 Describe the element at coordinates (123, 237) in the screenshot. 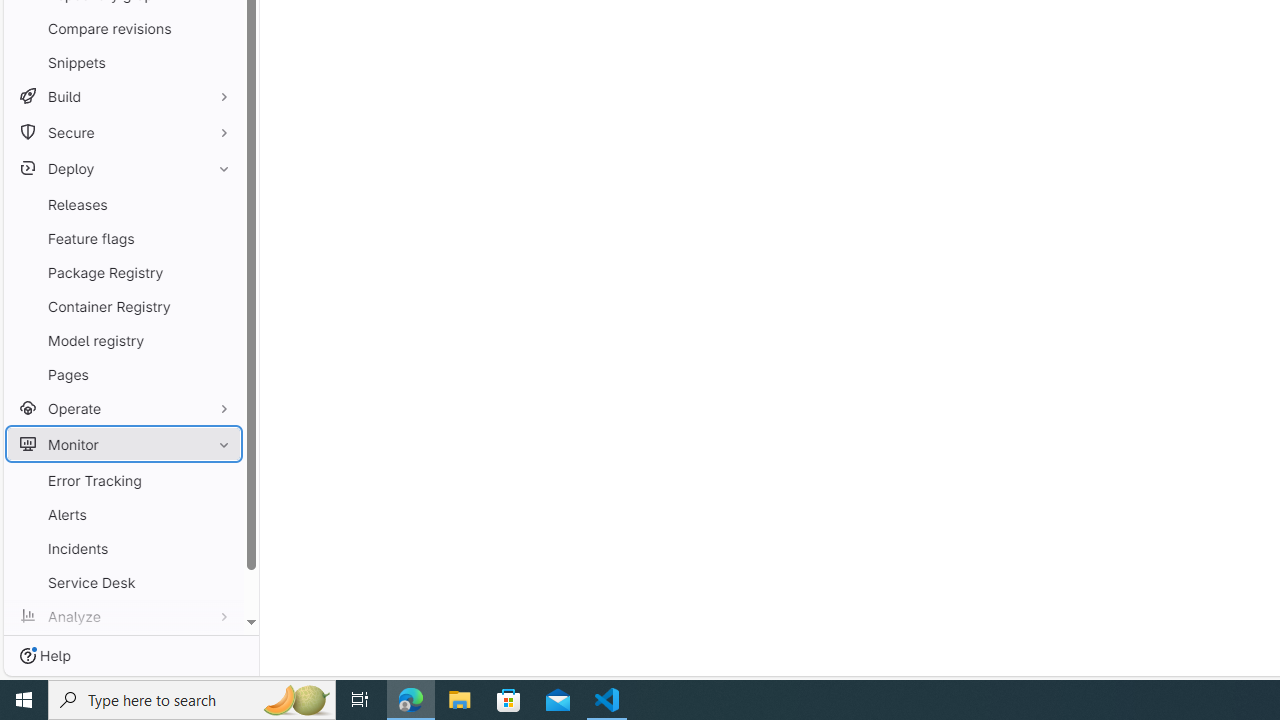

I see `'Feature flags'` at that location.